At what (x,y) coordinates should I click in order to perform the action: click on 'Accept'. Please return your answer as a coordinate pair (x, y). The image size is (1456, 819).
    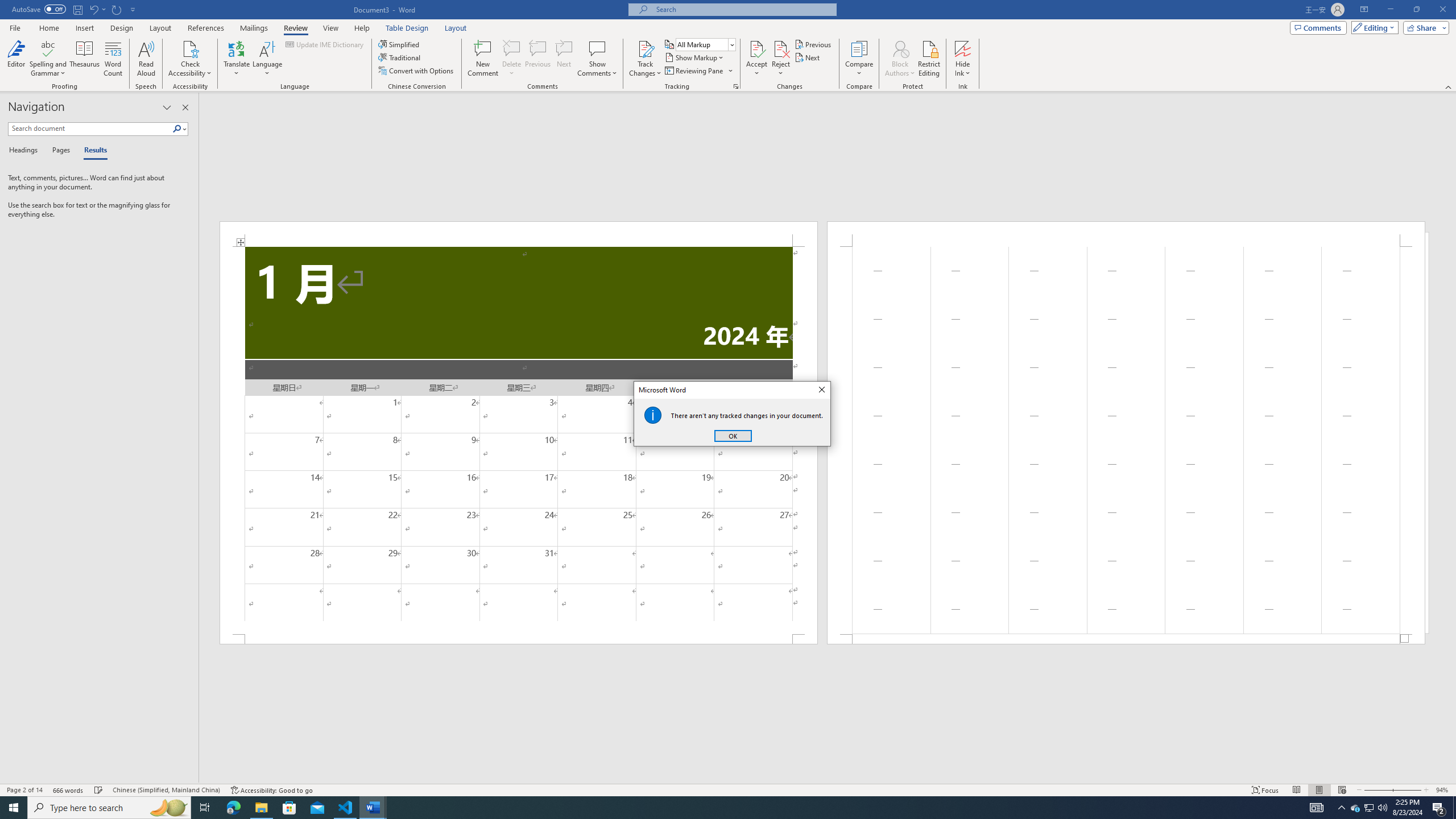
    Looking at the image, I should click on (756, 59).